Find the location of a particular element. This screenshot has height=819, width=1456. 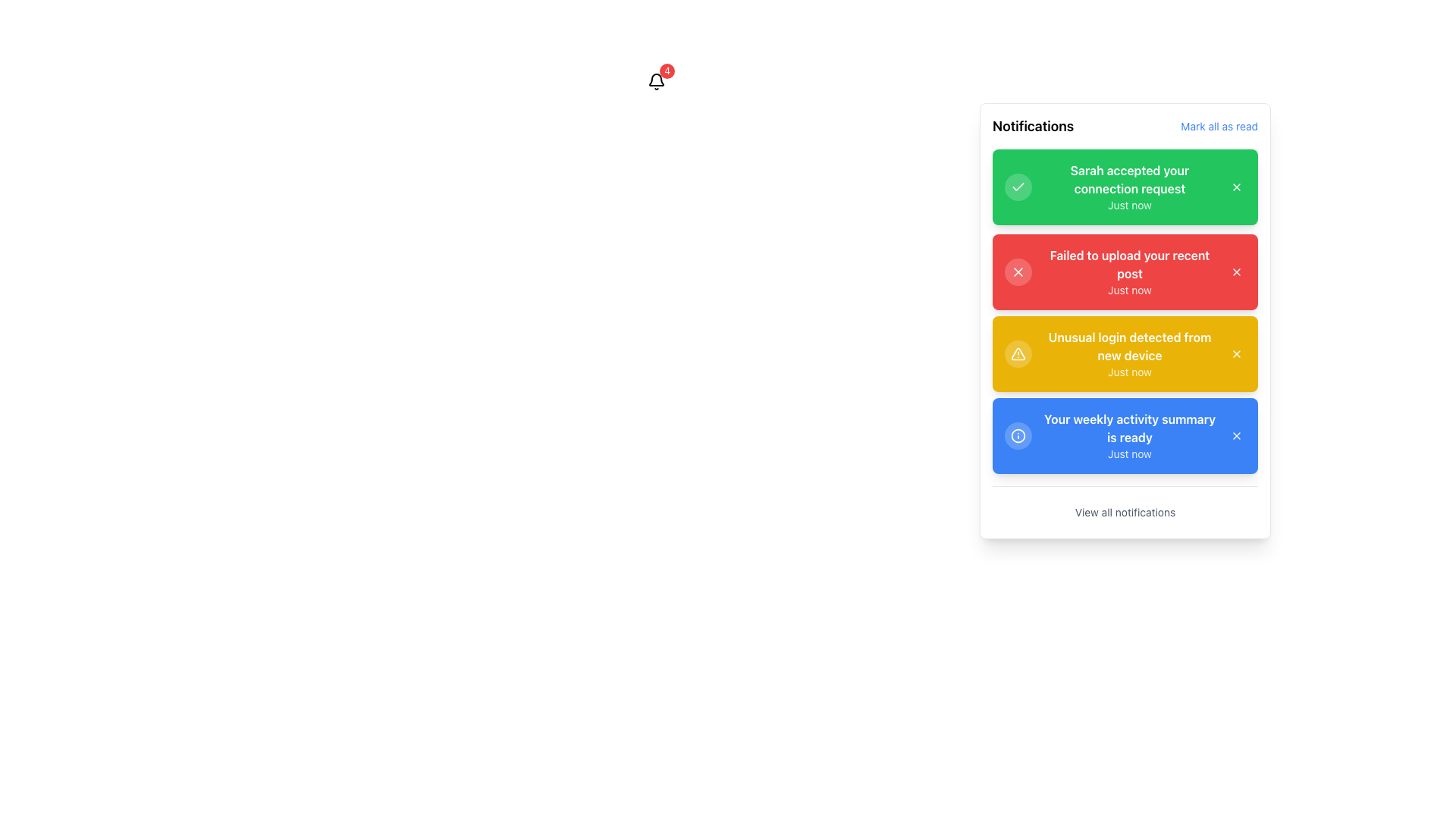

text indicating the relative time since the notification was generated, which states 'Just now', located in the lower part of the green notification card about 'Sarah accepted your connection request' is located at coordinates (1129, 205).